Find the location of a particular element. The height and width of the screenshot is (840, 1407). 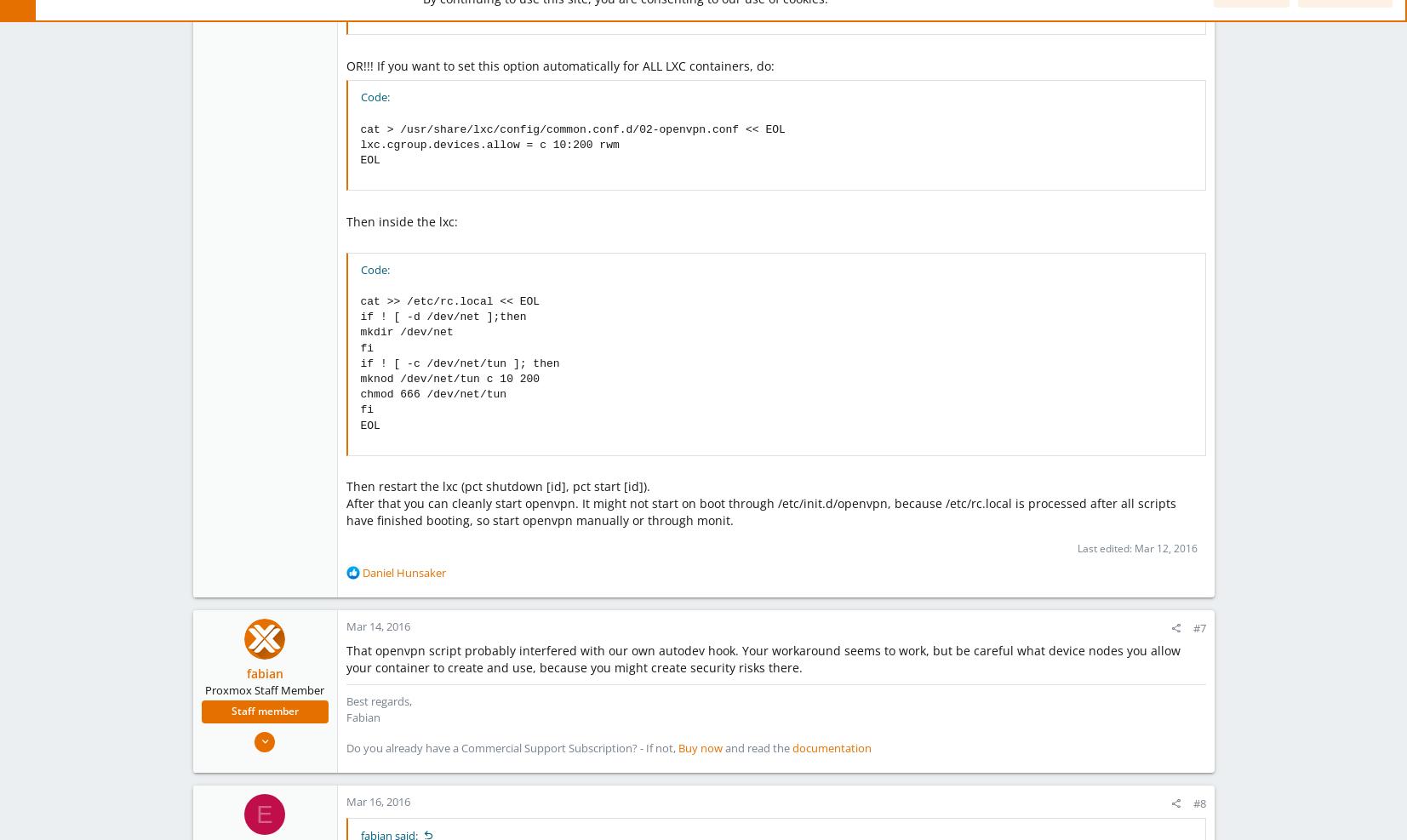

'#7' is located at coordinates (1198, 626).